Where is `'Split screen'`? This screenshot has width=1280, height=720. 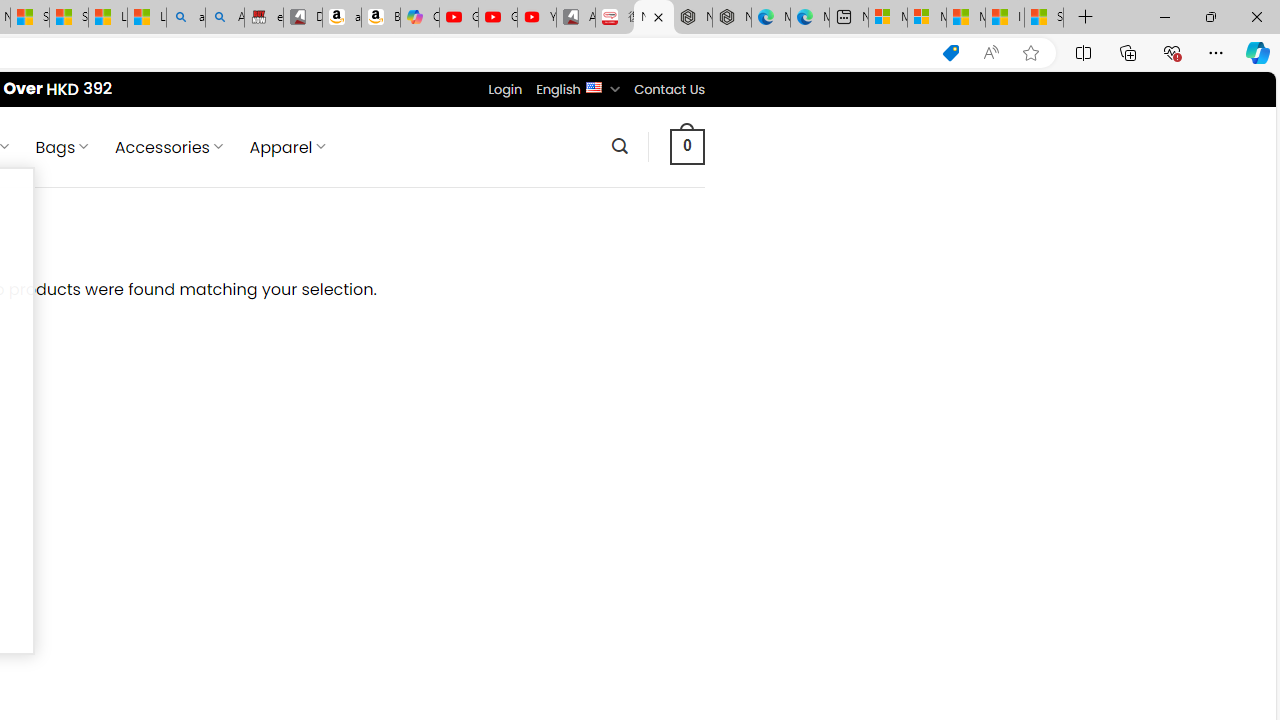
'Split screen' is located at coordinates (1082, 51).